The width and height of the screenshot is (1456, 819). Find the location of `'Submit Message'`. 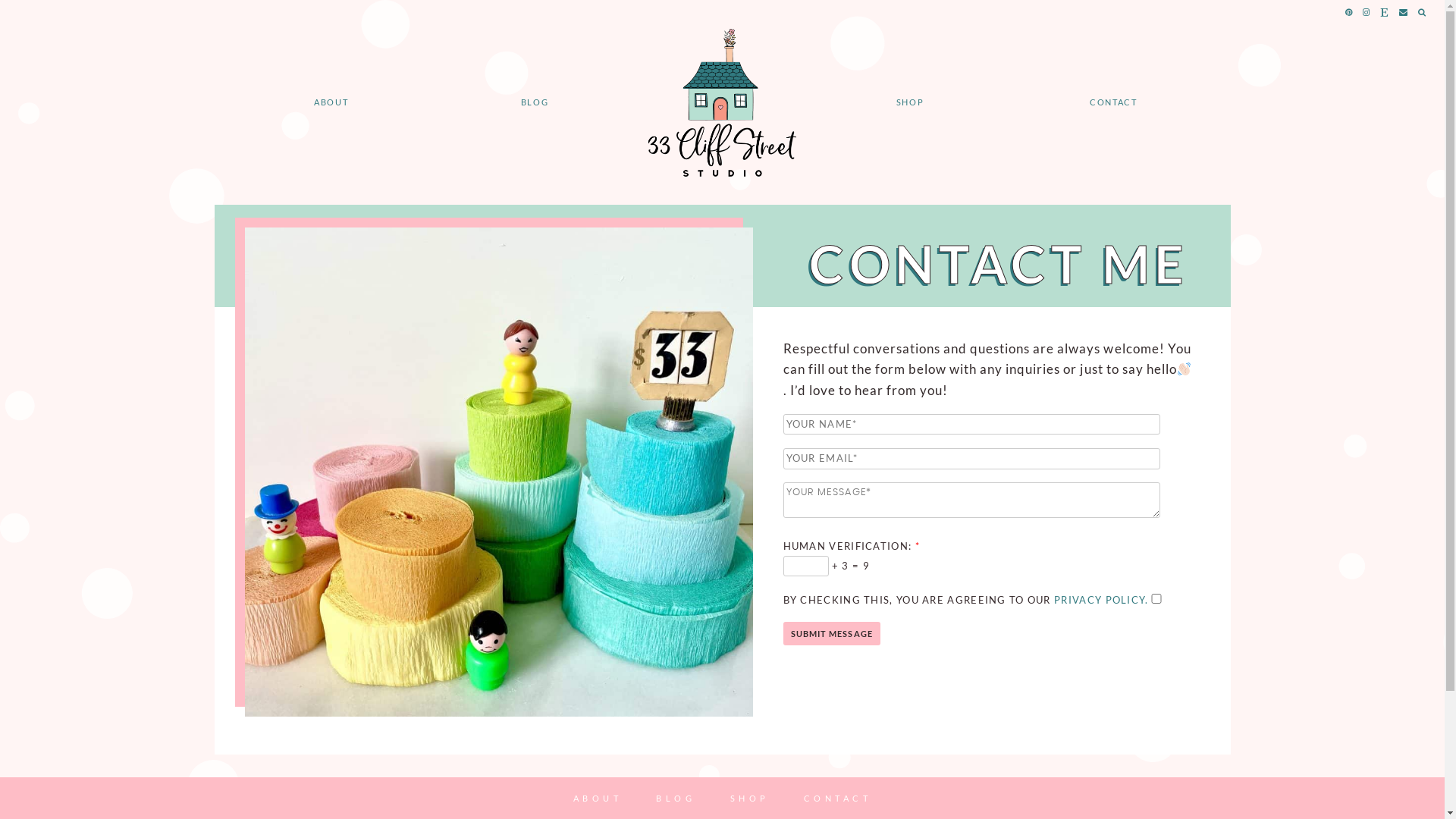

'Submit Message' is located at coordinates (830, 633).